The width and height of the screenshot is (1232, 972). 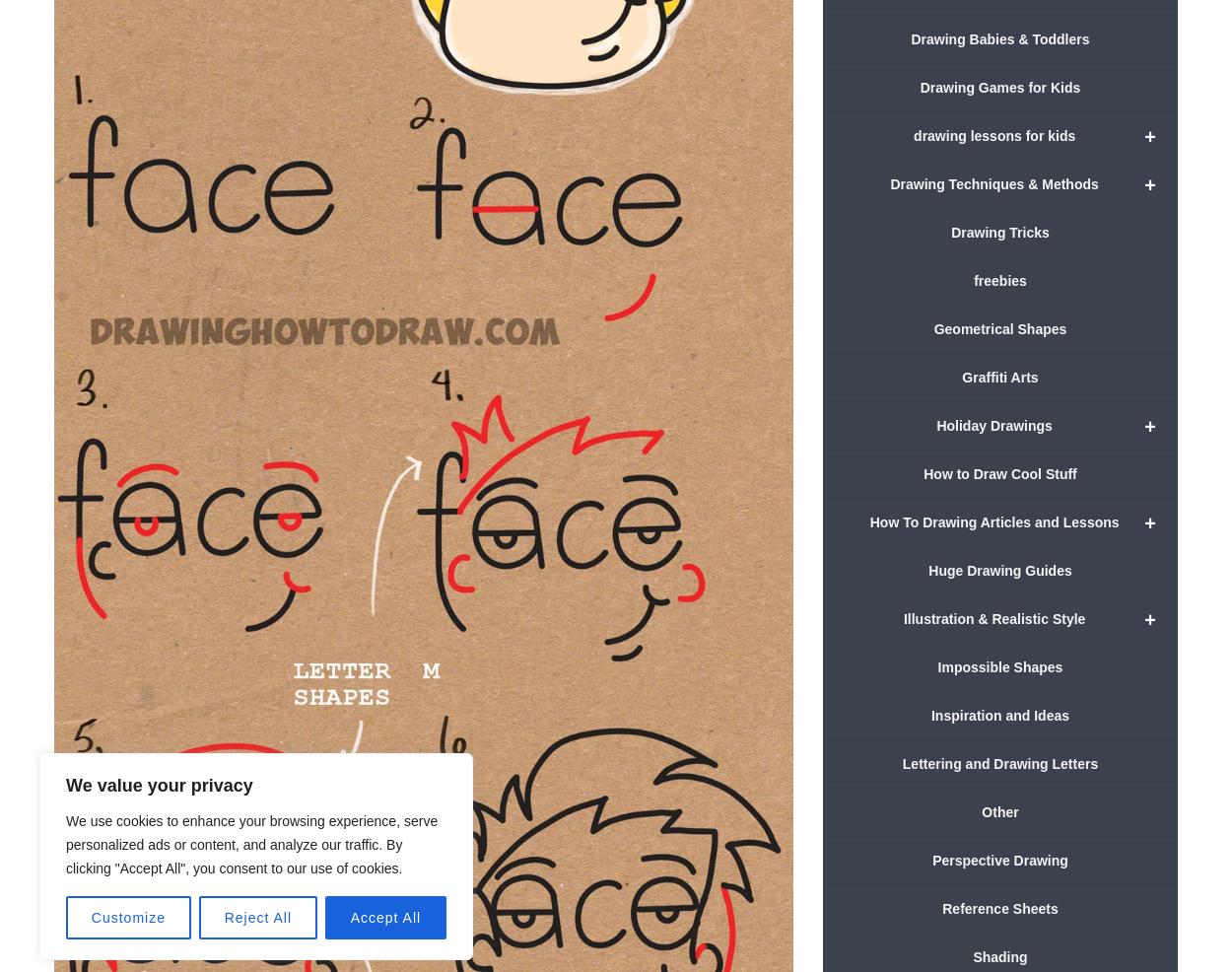 I want to click on 'Graffiti Arts', so click(x=999, y=375).